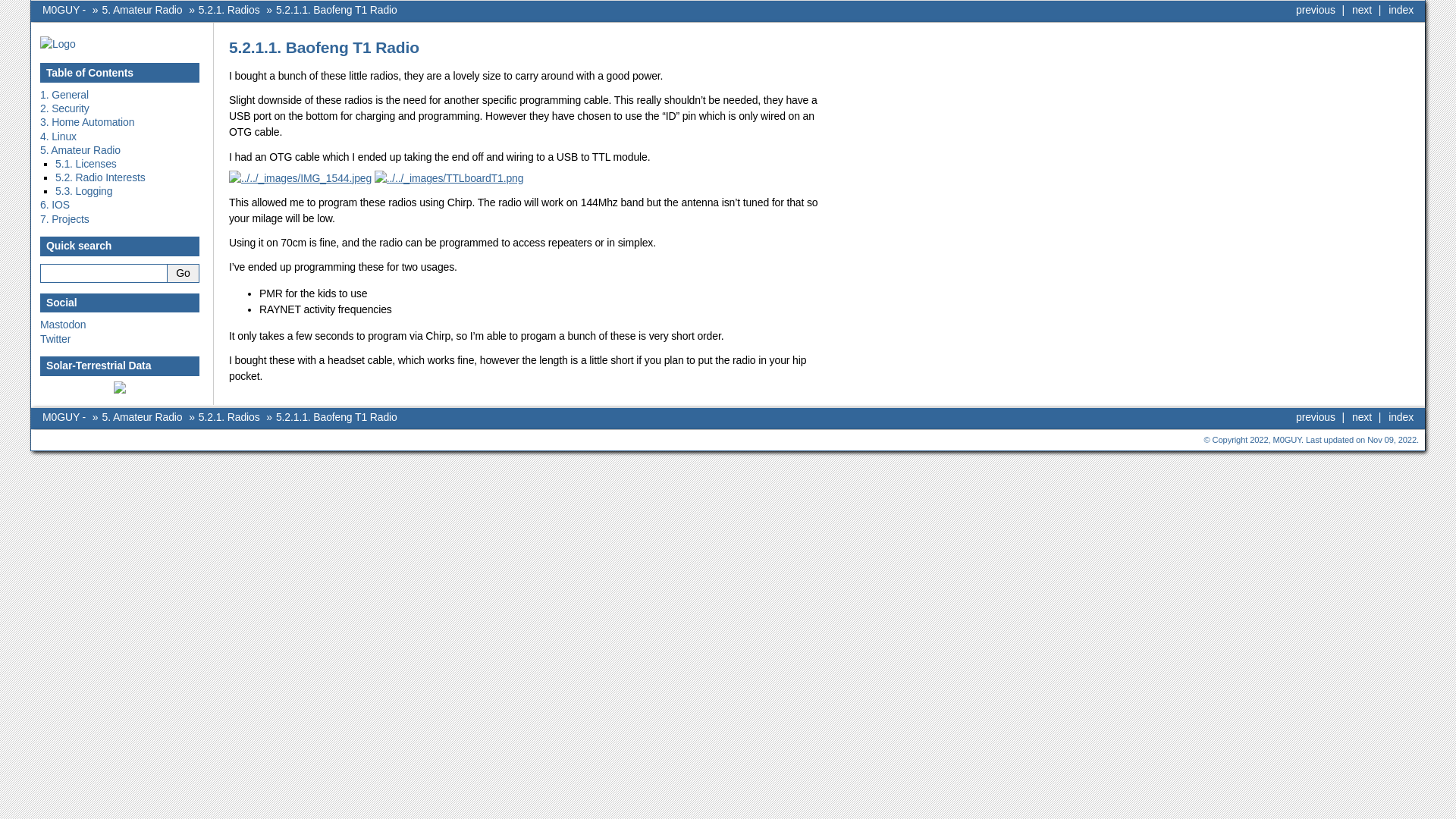 This screenshot has width=1456, height=819. What do you see at coordinates (1314, 9) in the screenshot?
I see `'previous'` at bounding box center [1314, 9].